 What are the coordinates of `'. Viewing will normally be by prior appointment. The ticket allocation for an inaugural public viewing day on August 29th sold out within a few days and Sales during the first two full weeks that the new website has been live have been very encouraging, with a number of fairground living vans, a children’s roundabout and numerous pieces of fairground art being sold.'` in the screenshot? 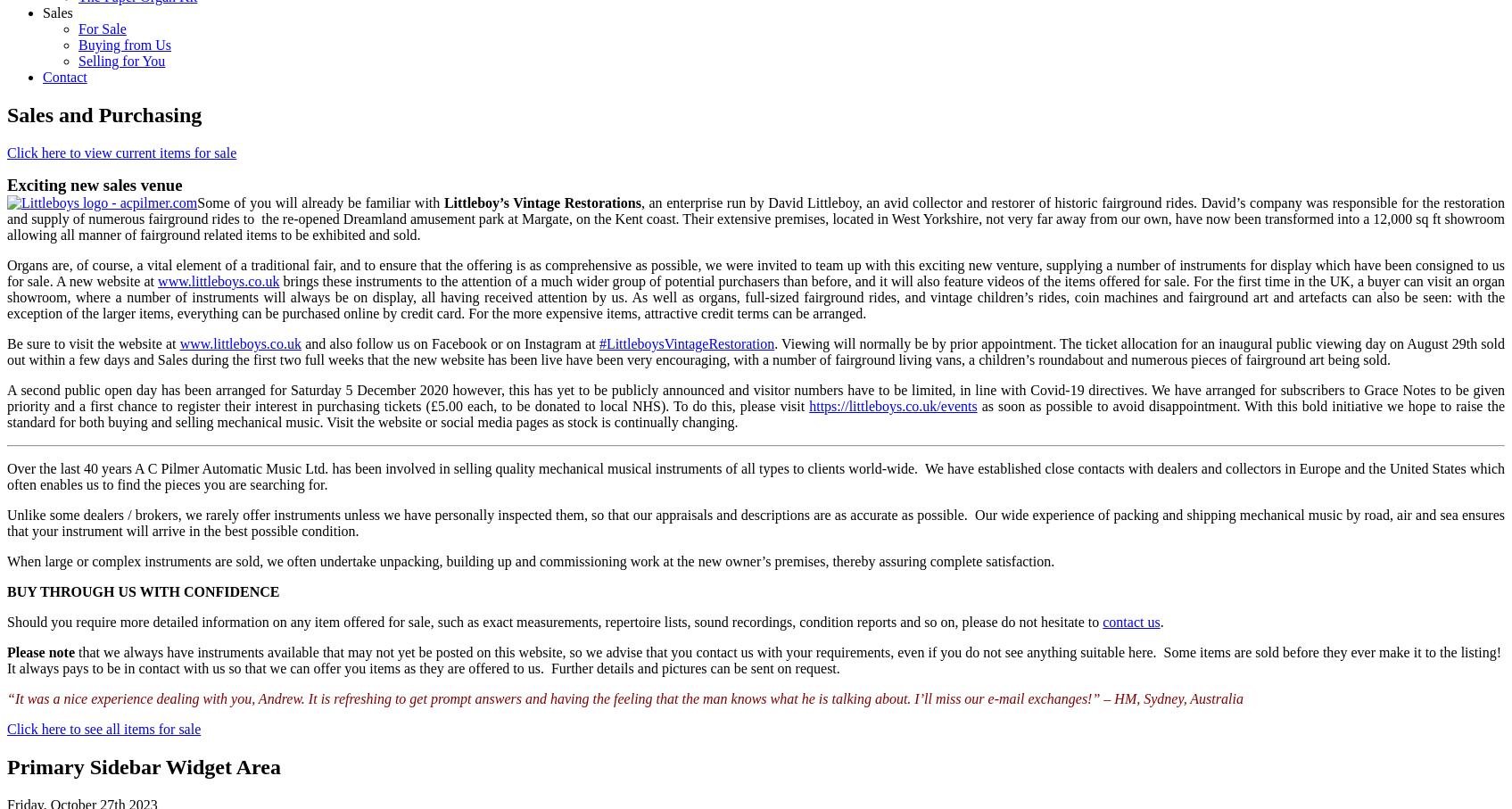 It's located at (756, 351).